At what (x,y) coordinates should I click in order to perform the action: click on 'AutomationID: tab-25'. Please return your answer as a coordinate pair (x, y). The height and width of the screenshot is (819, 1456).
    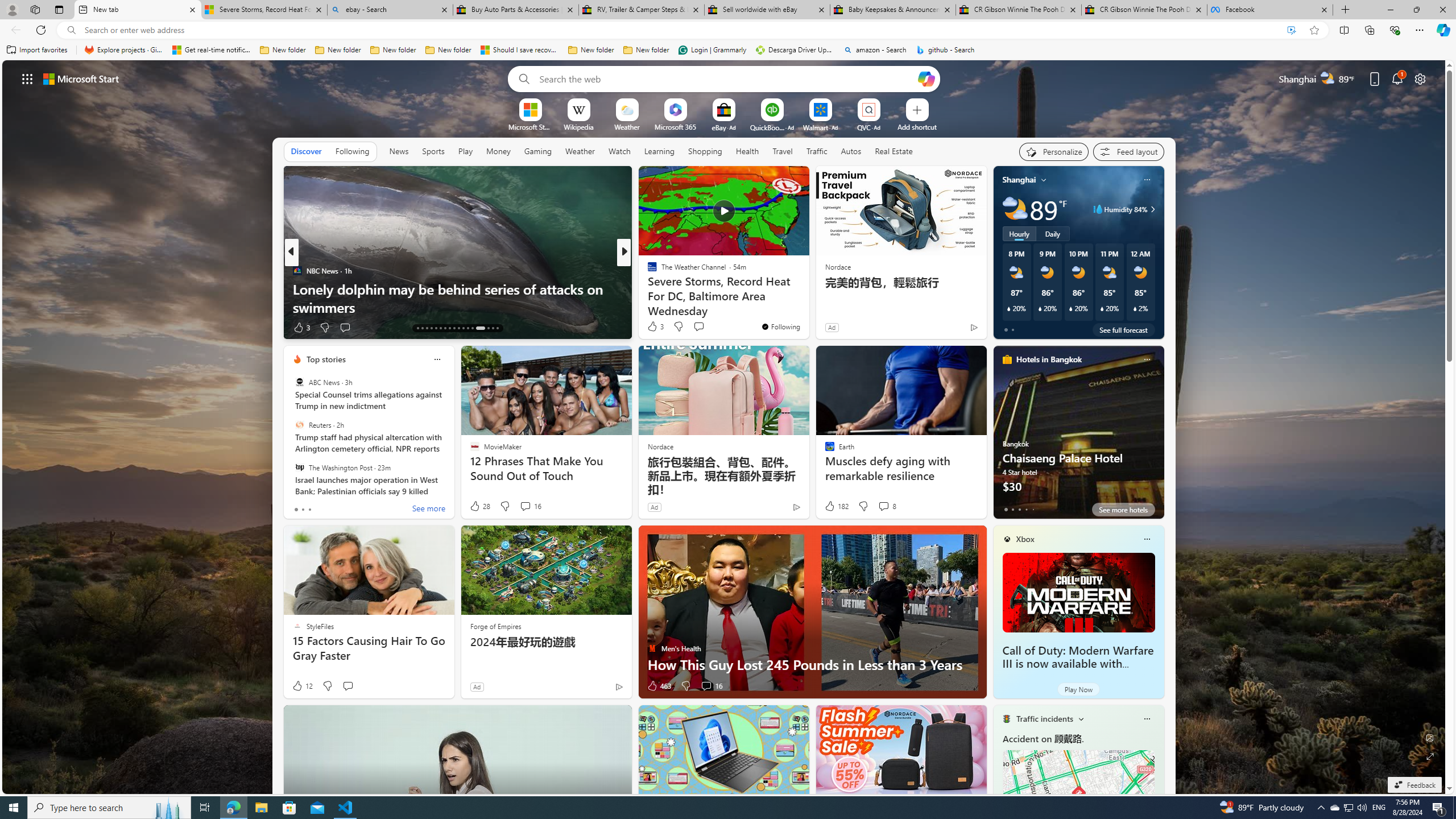
    Looking at the image, I should click on (471, 328).